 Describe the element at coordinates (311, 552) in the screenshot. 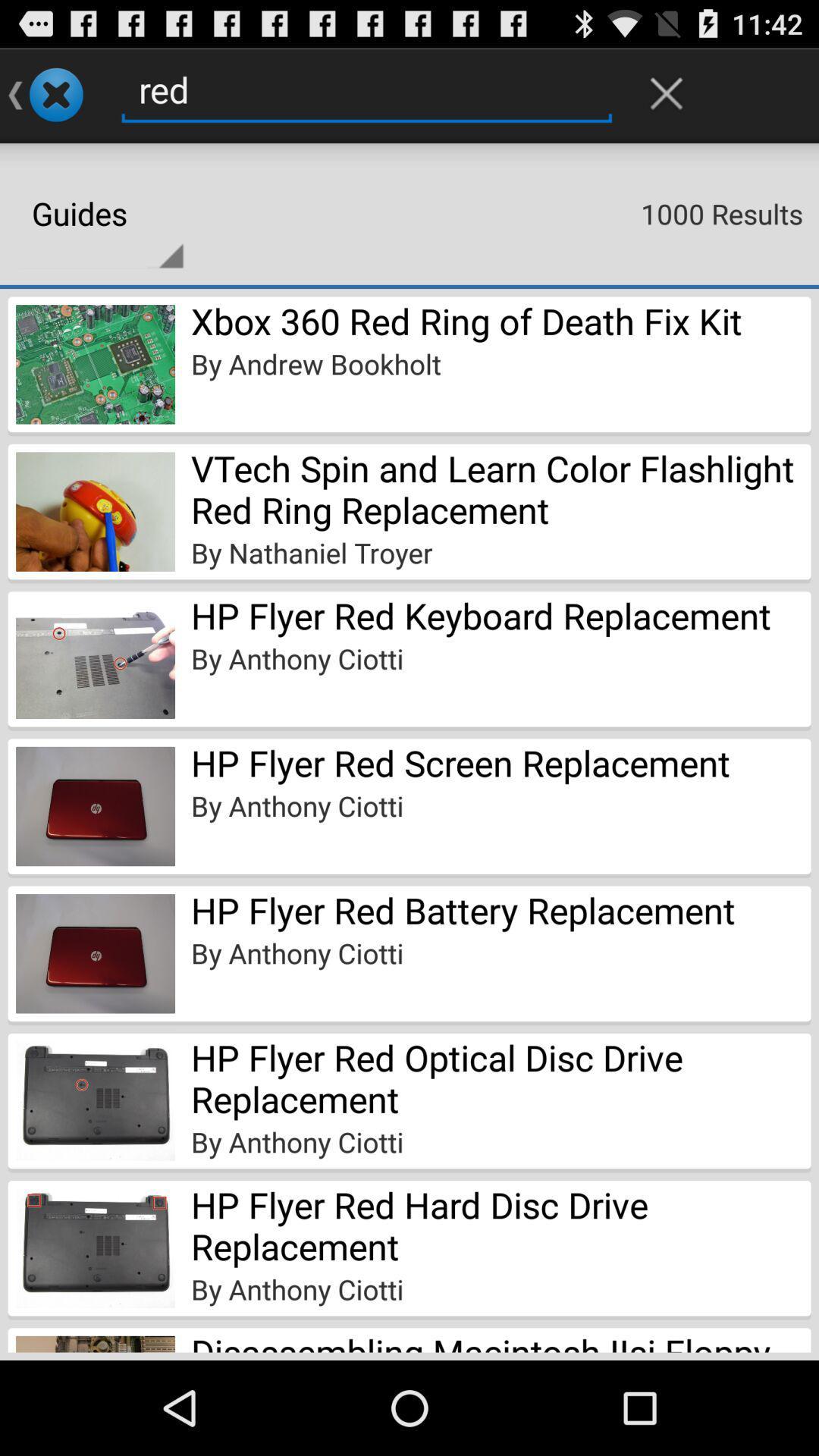

I see `the app below the vtech spin and app` at that location.